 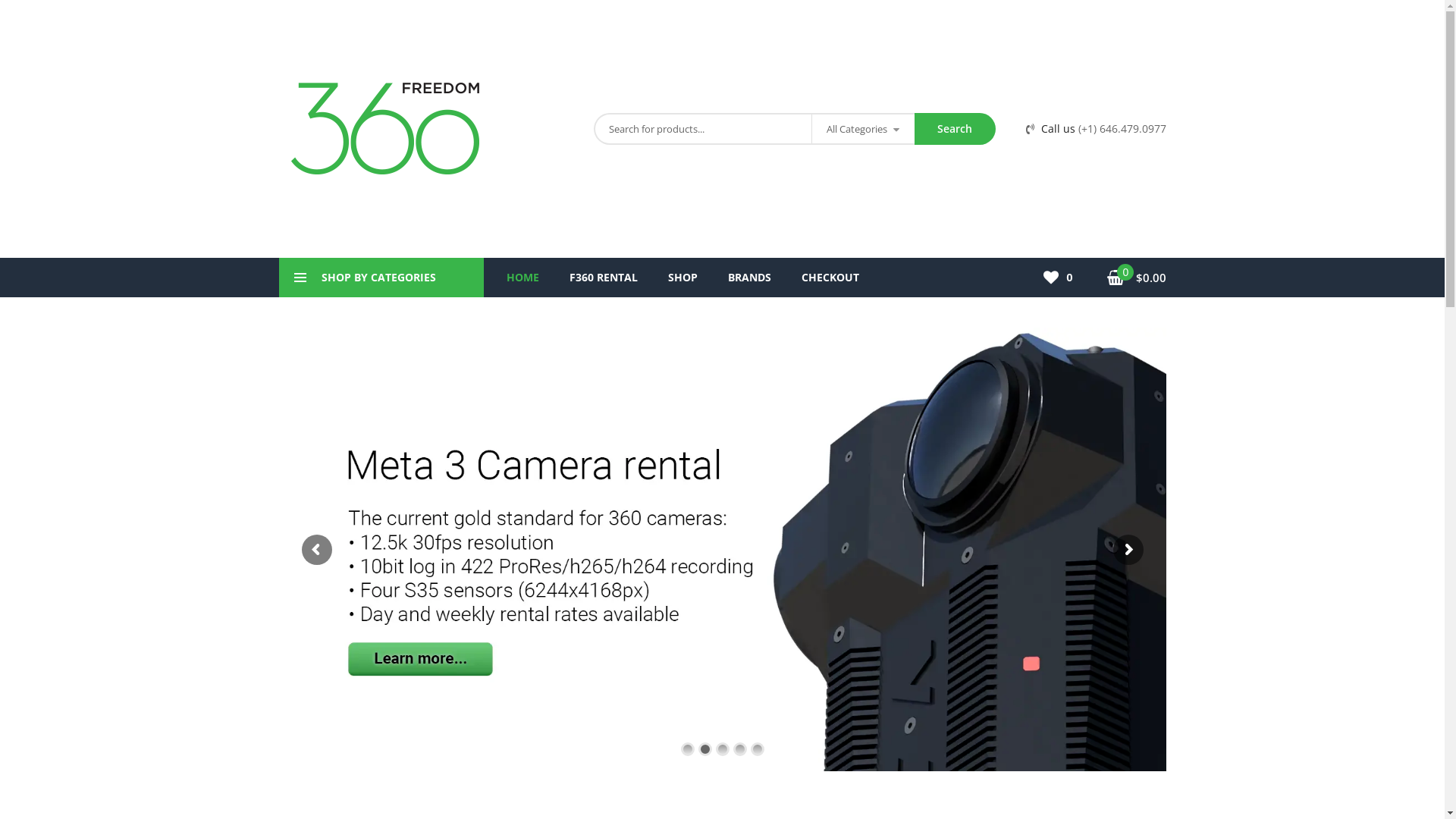 I want to click on 'SHOP', so click(x=681, y=278).